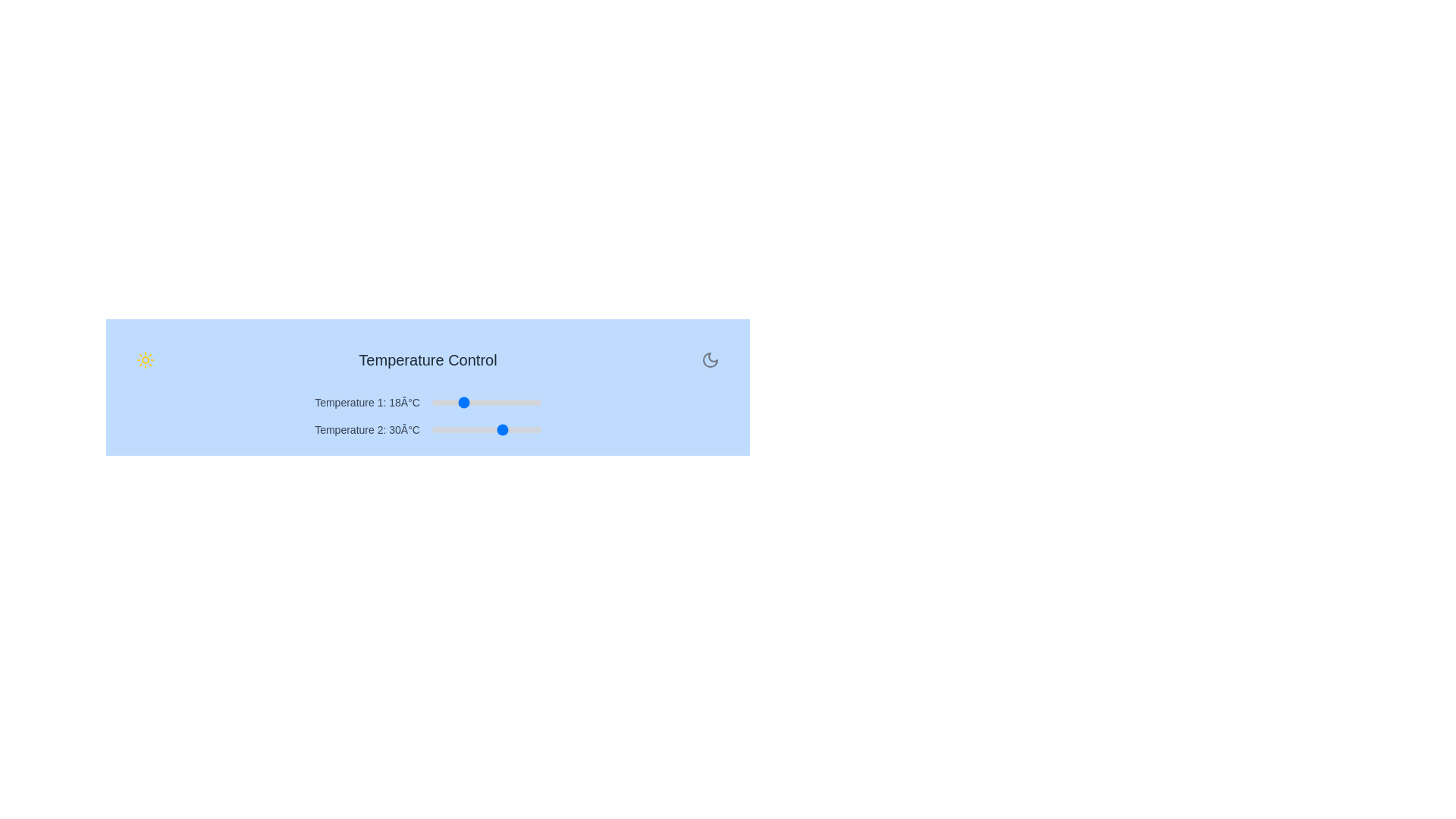 The height and width of the screenshot is (819, 1456). I want to click on the 'Temperature Control' header bar, which contains a sun icon on the left, a bold label in the center, and a moon icon on the right, by clicking on it, so click(427, 359).